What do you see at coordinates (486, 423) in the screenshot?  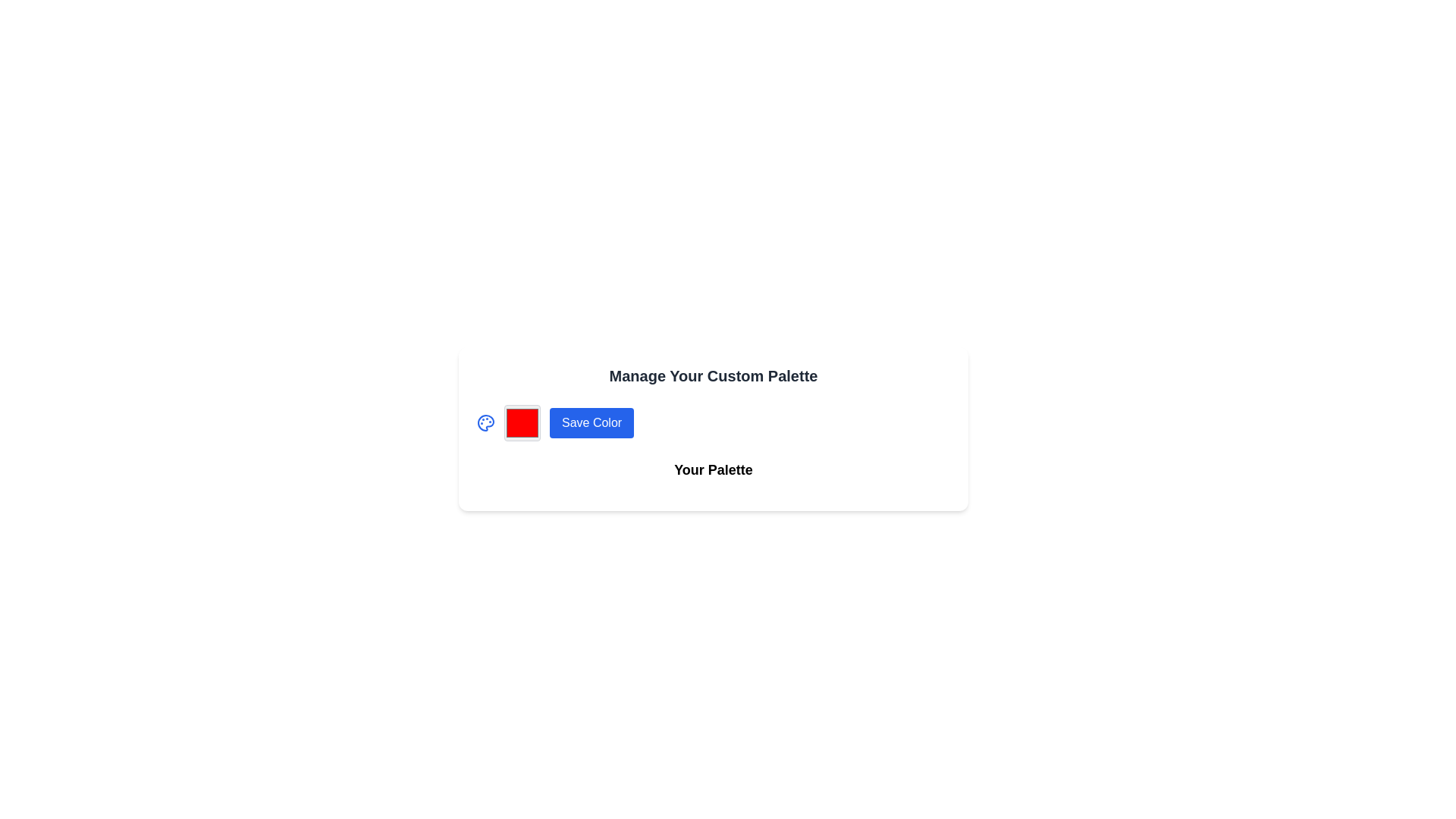 I see `the color palette icon located in the top-left portion of the row, preceding the color selector box` at bounding box center [486, 423].